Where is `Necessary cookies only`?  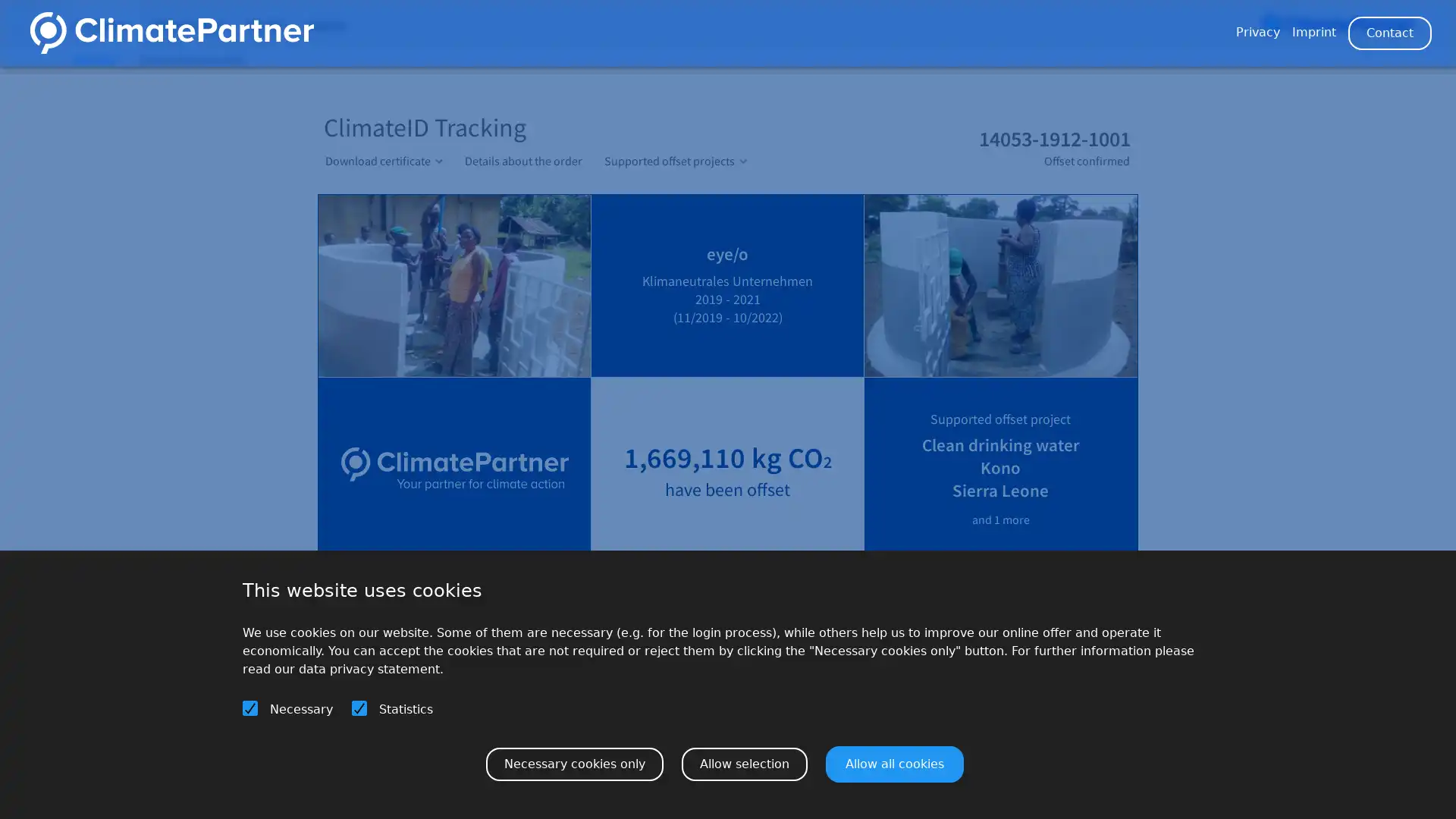
Necessary cookies only is located at coordinates (574, 763).